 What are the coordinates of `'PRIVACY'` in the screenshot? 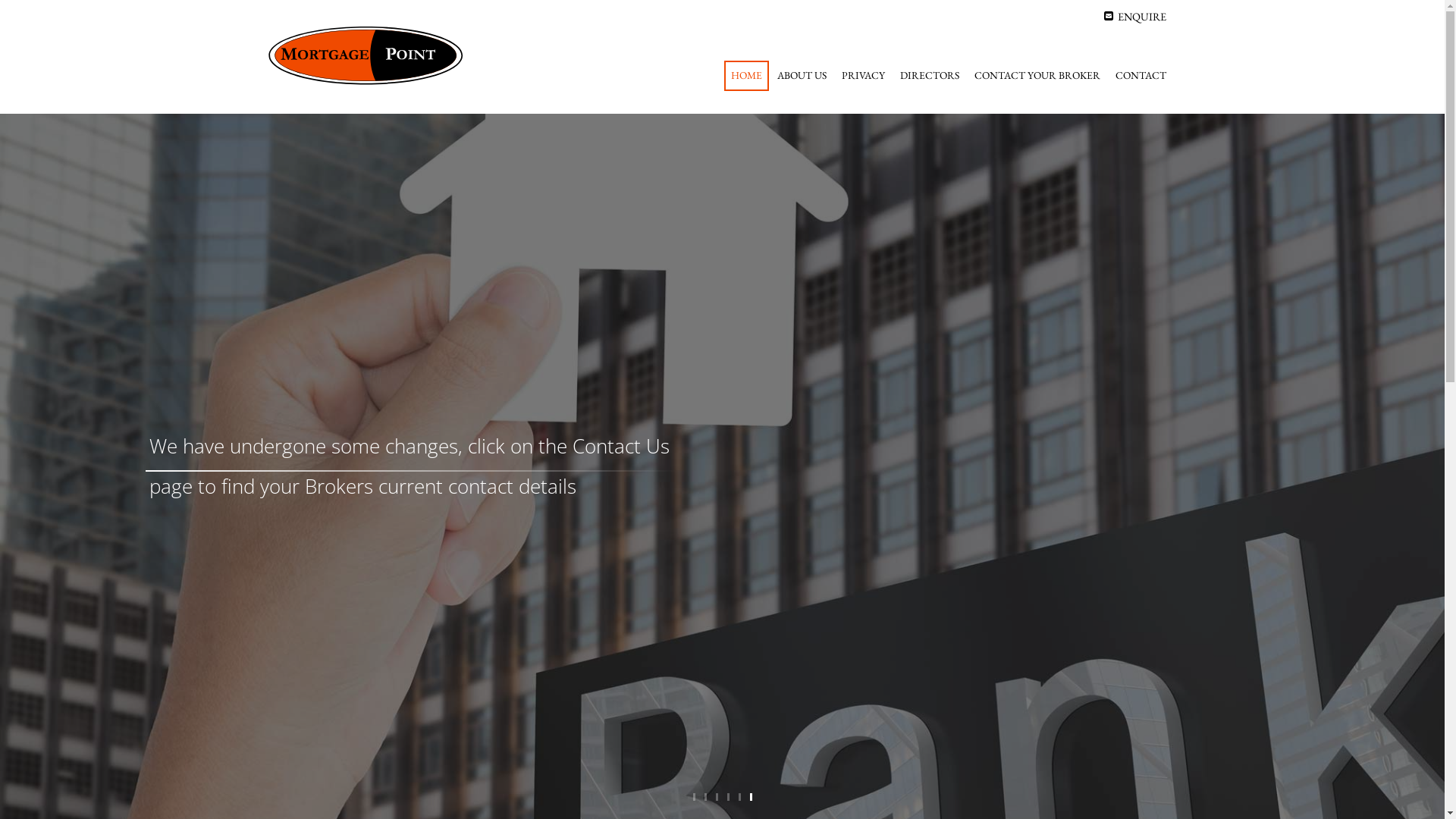 It's located at (862, 76).